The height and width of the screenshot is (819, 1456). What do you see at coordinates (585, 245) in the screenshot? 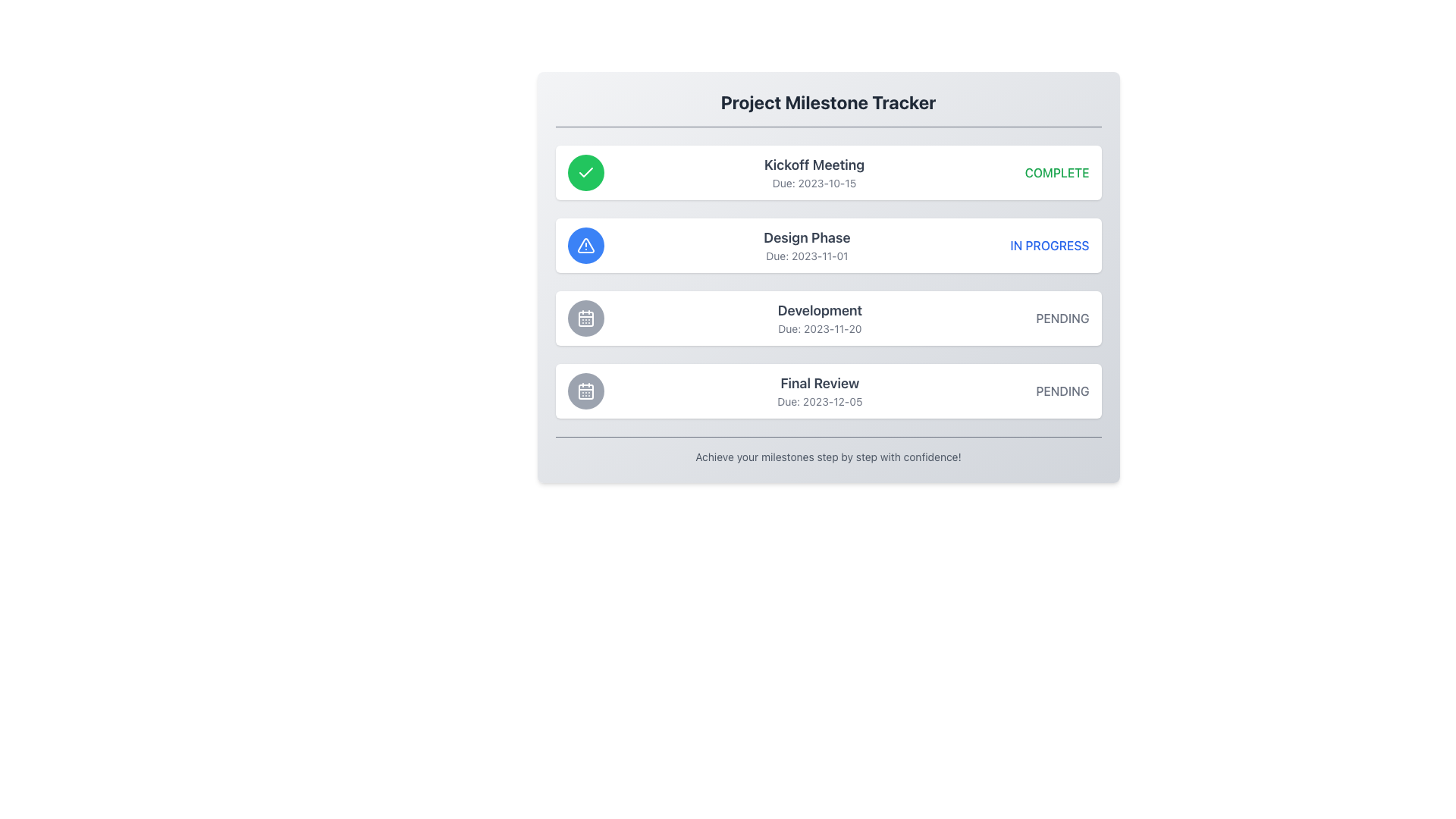
I see `the exclamation icon indicating the warning status of the 'Design Phase' milestone` at bounding box center [585, 245].